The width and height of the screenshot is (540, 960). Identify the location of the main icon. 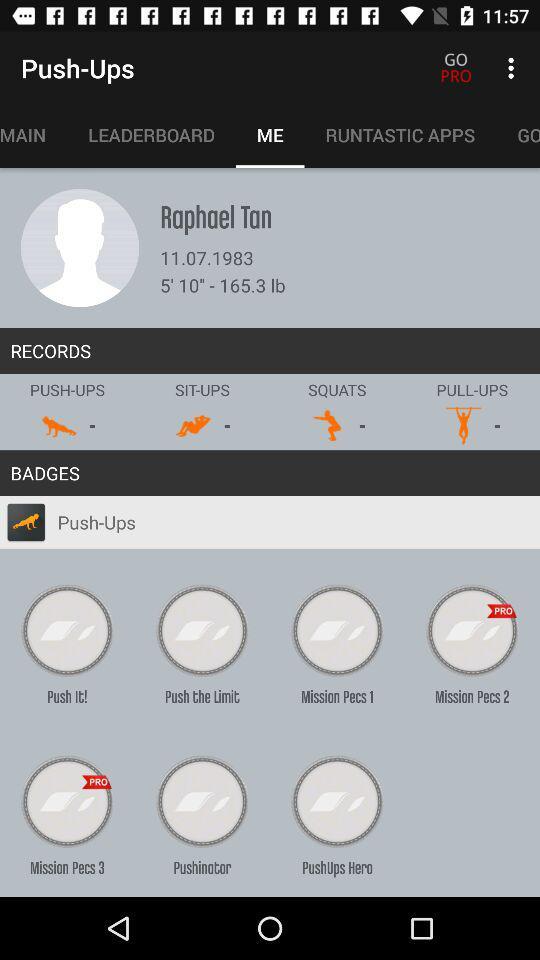
(32, 134).